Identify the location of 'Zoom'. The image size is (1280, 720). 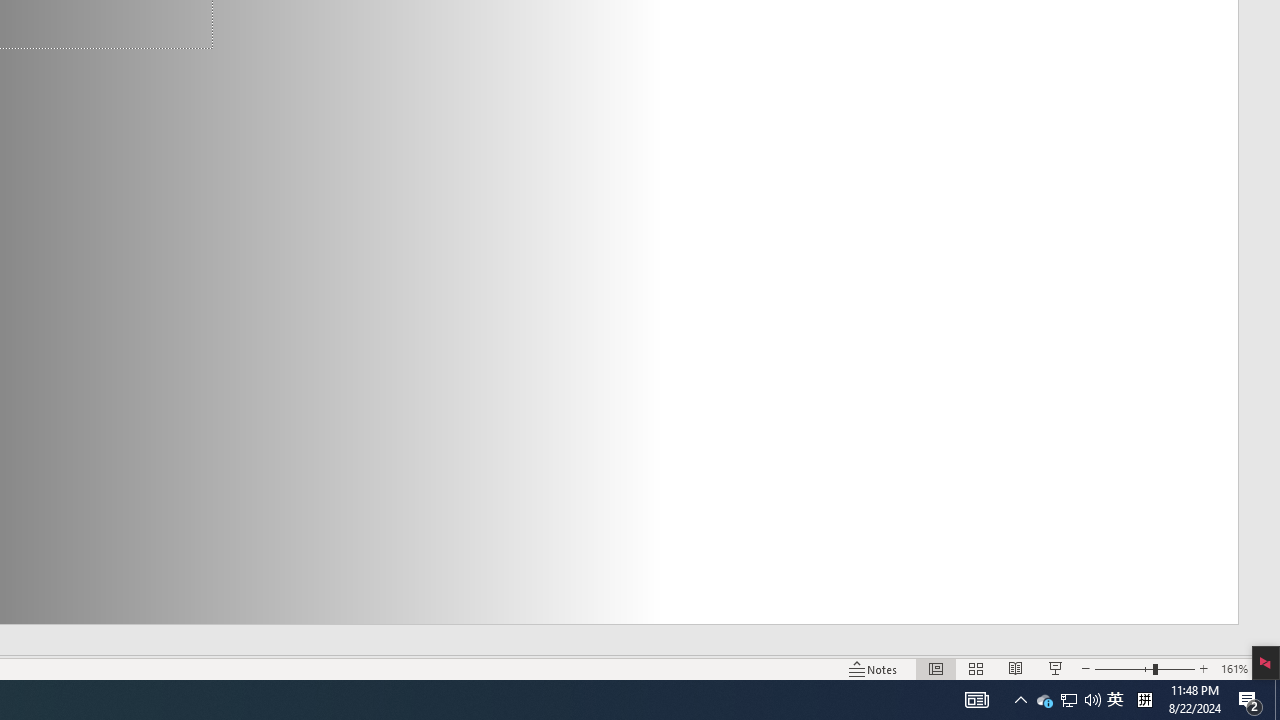
(1144, 669).